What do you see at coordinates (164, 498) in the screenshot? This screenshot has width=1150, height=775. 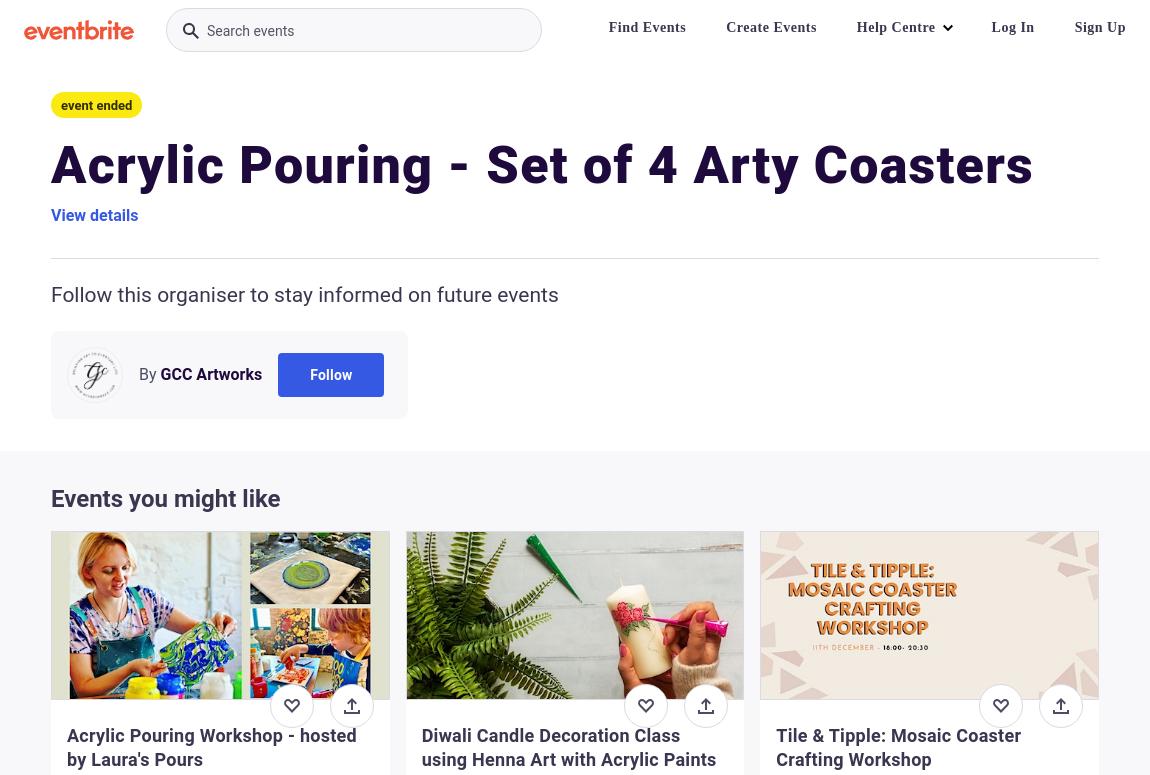 I see `'Events you might like'` at bounding box center [164, 498].